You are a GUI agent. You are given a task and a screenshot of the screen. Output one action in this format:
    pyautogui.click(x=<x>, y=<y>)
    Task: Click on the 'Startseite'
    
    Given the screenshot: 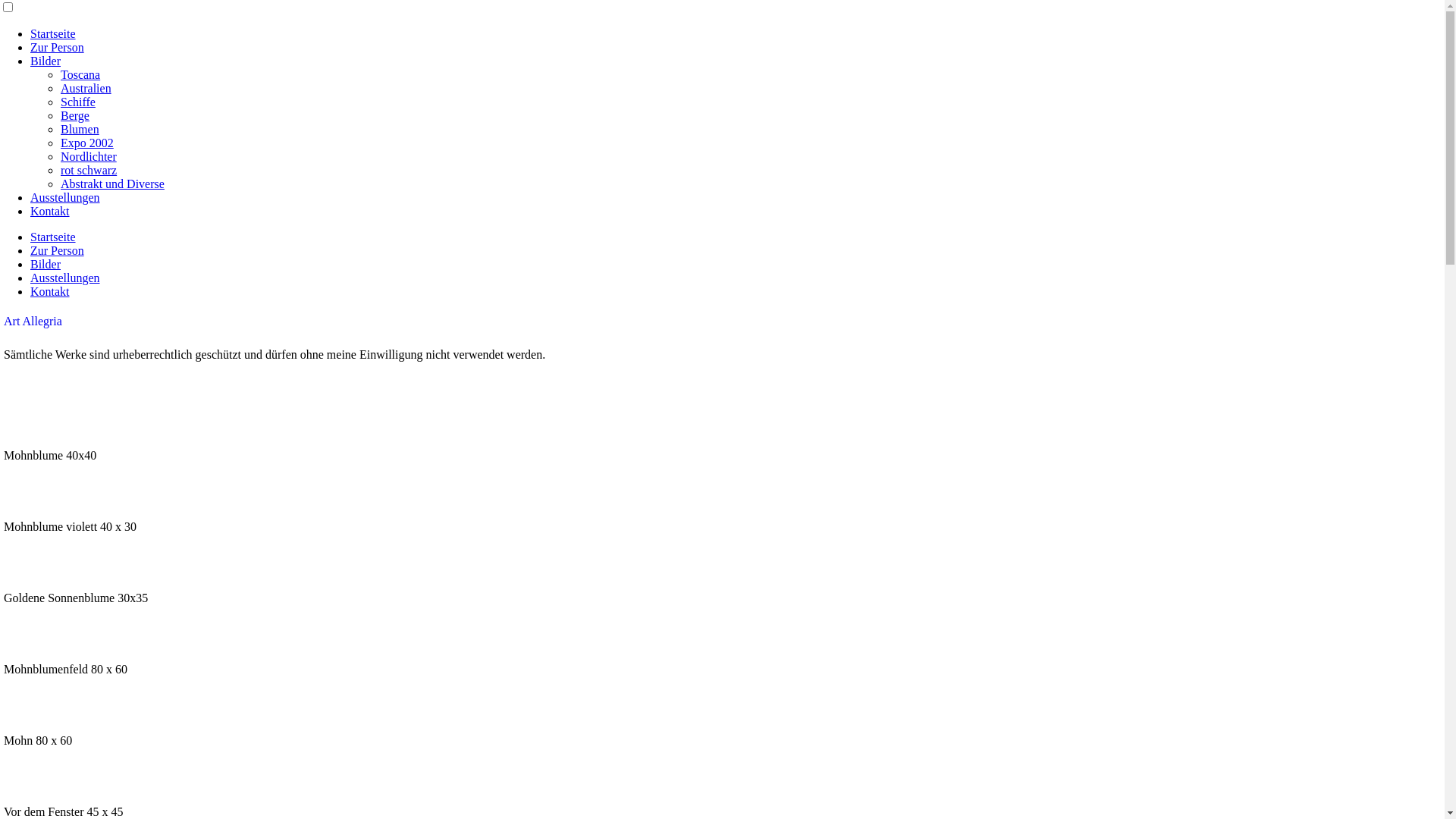 What is the action you would take?
    pyautogui.click(x=53, y=237)
    